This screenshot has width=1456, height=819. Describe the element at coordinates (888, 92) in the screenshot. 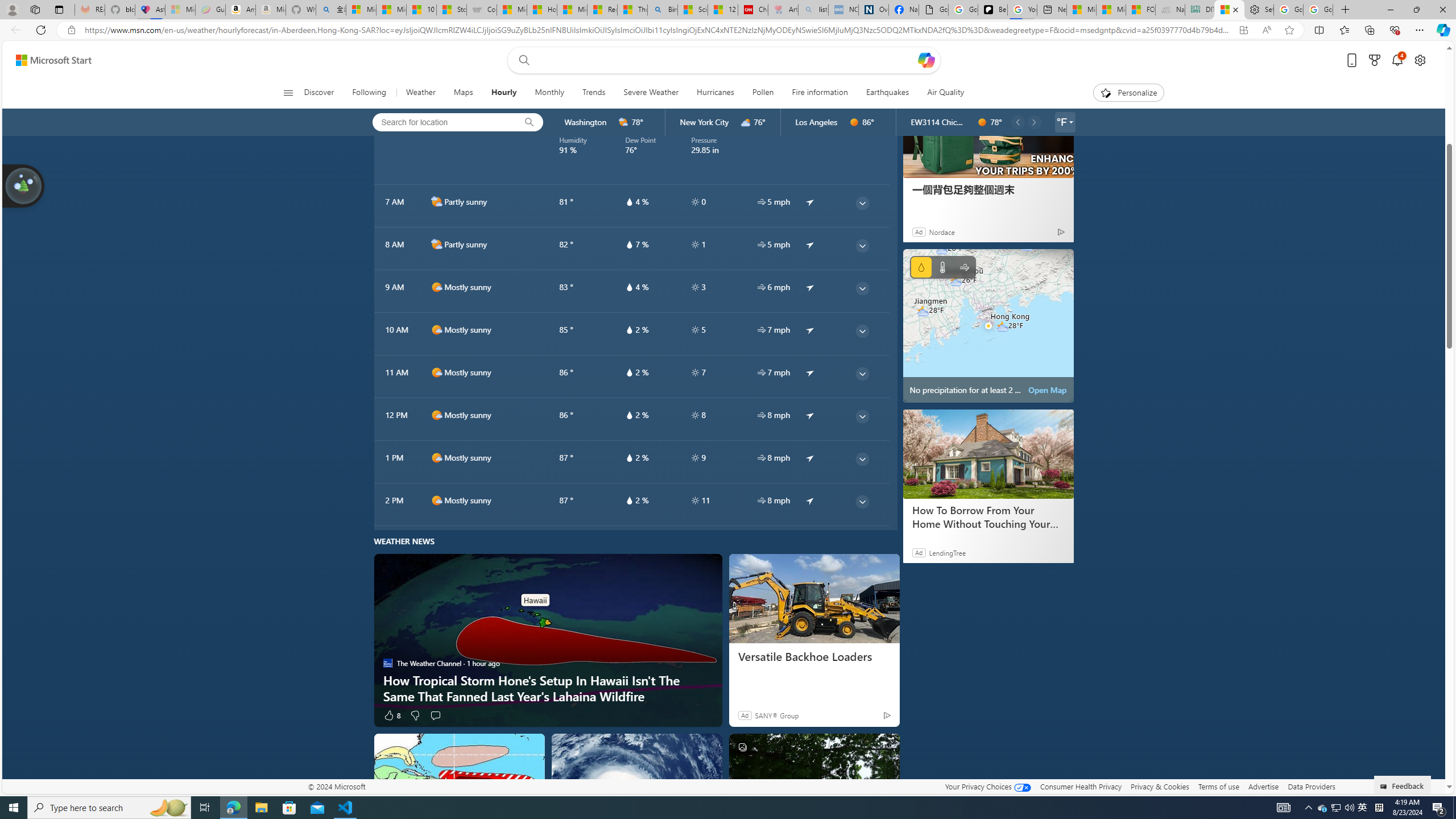

I see `'Earthquakes'` at that location.